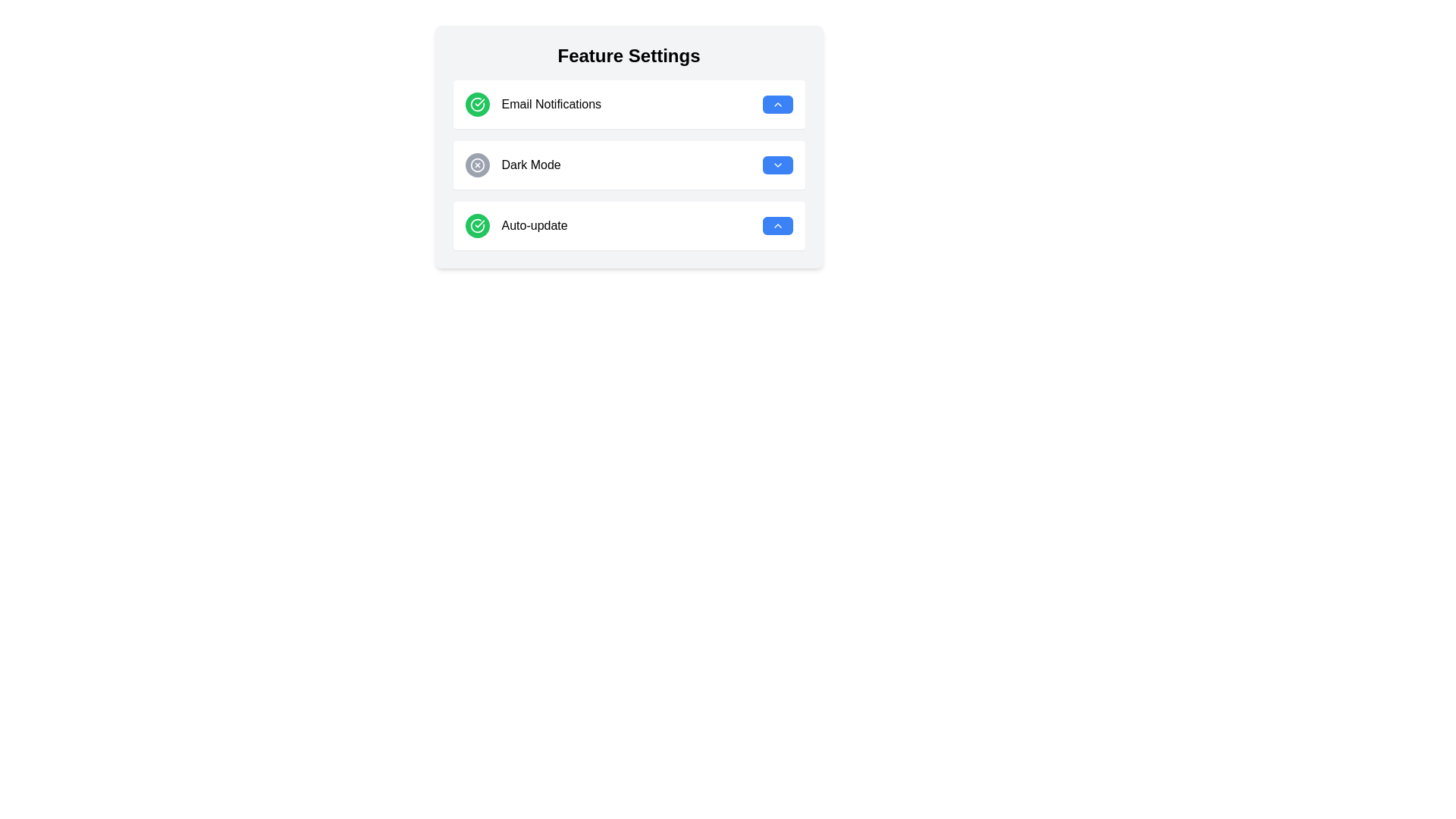  I want to click on the 'Dark Mode' text label, which indicates a feature option in the settings card, located in the second row of the vertical list between 'Email Notifications' and 'Auto-update', so click(513, 165).